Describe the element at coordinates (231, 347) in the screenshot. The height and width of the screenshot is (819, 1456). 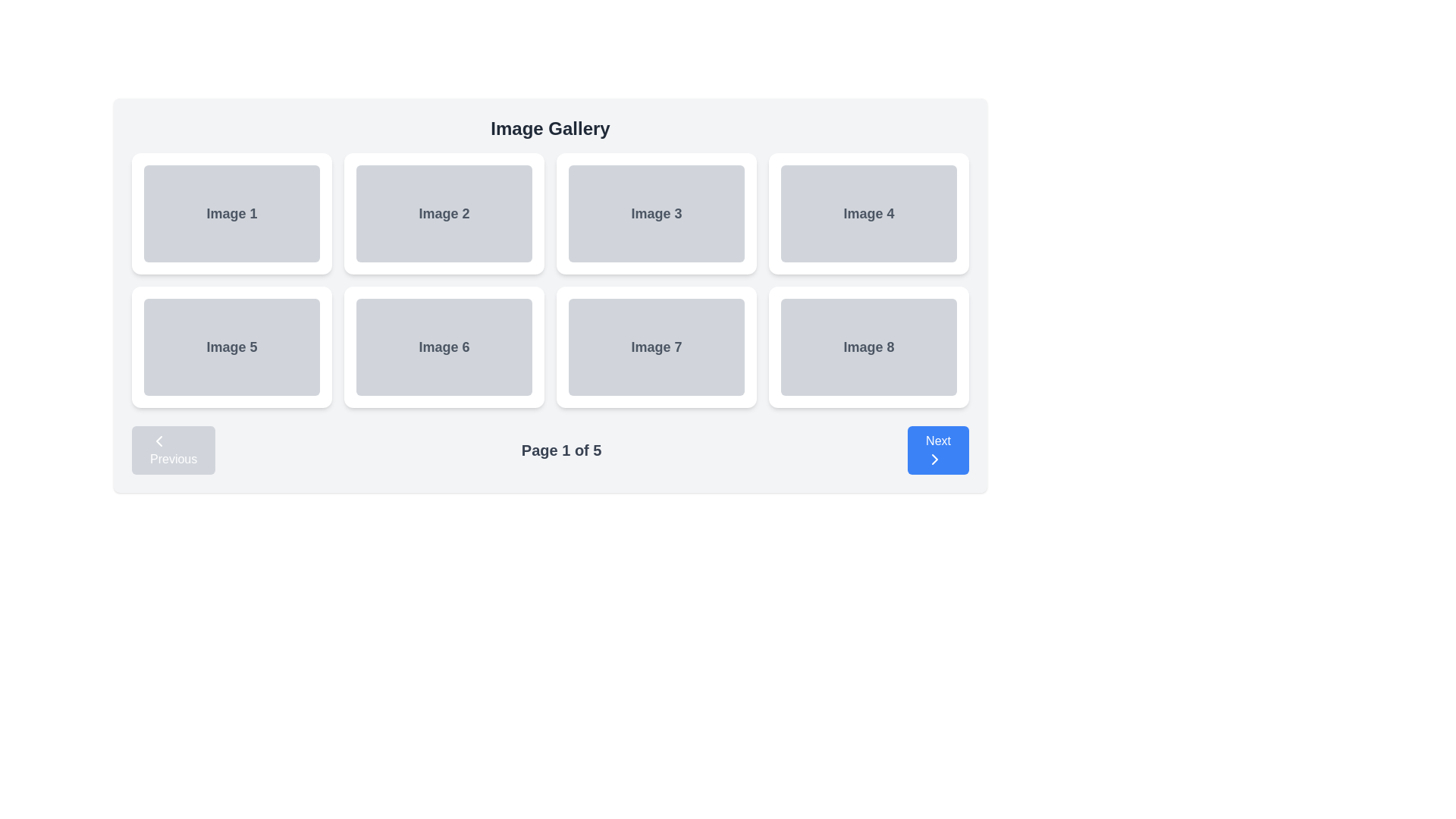
I see `the rectangular placeholder or image thumbnail labeled 'Image 5' with a light gray background located in the second row and first column of the grid layout` at that location.